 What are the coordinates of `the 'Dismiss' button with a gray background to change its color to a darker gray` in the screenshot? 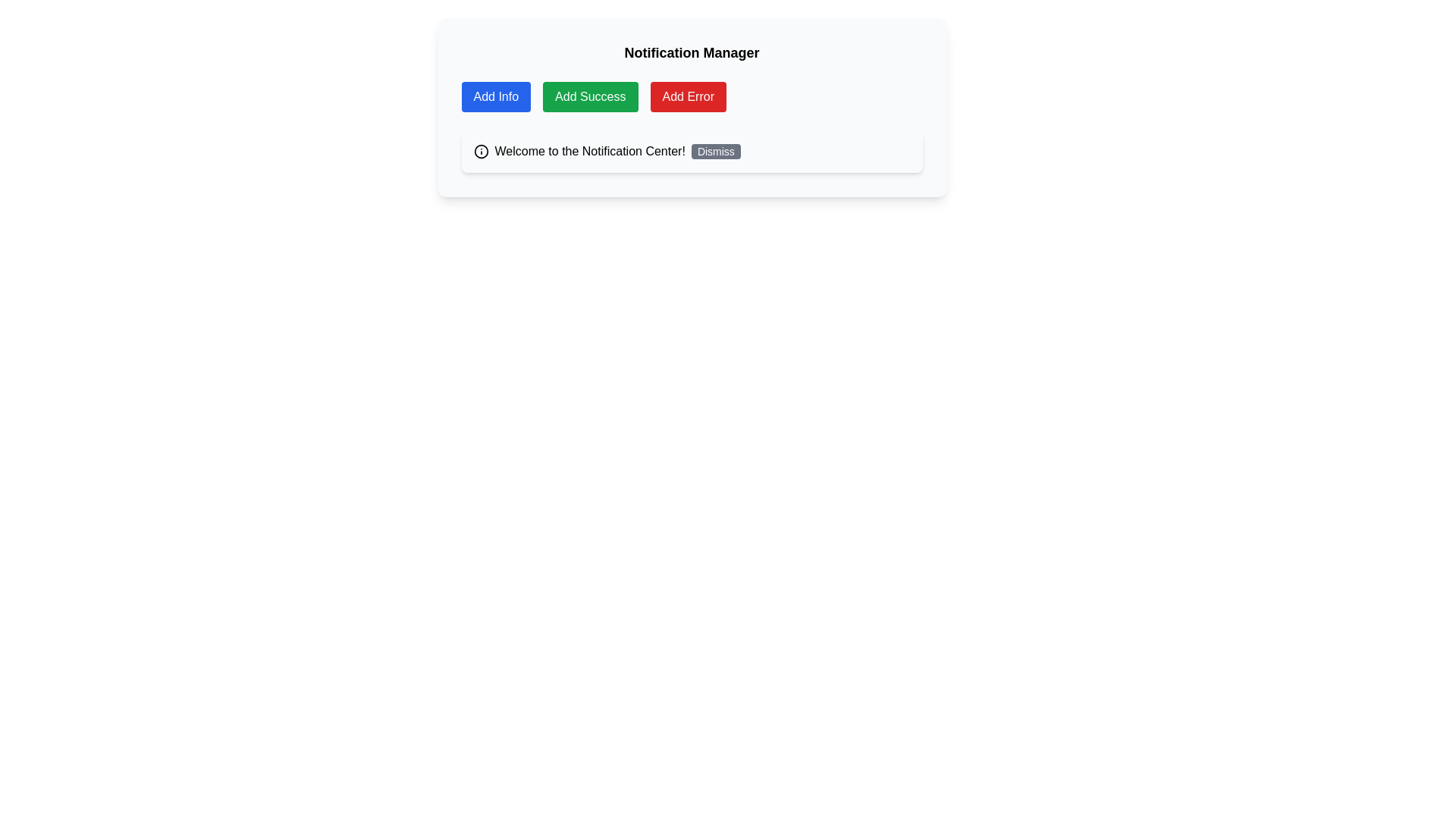 It's located at (715, 152).